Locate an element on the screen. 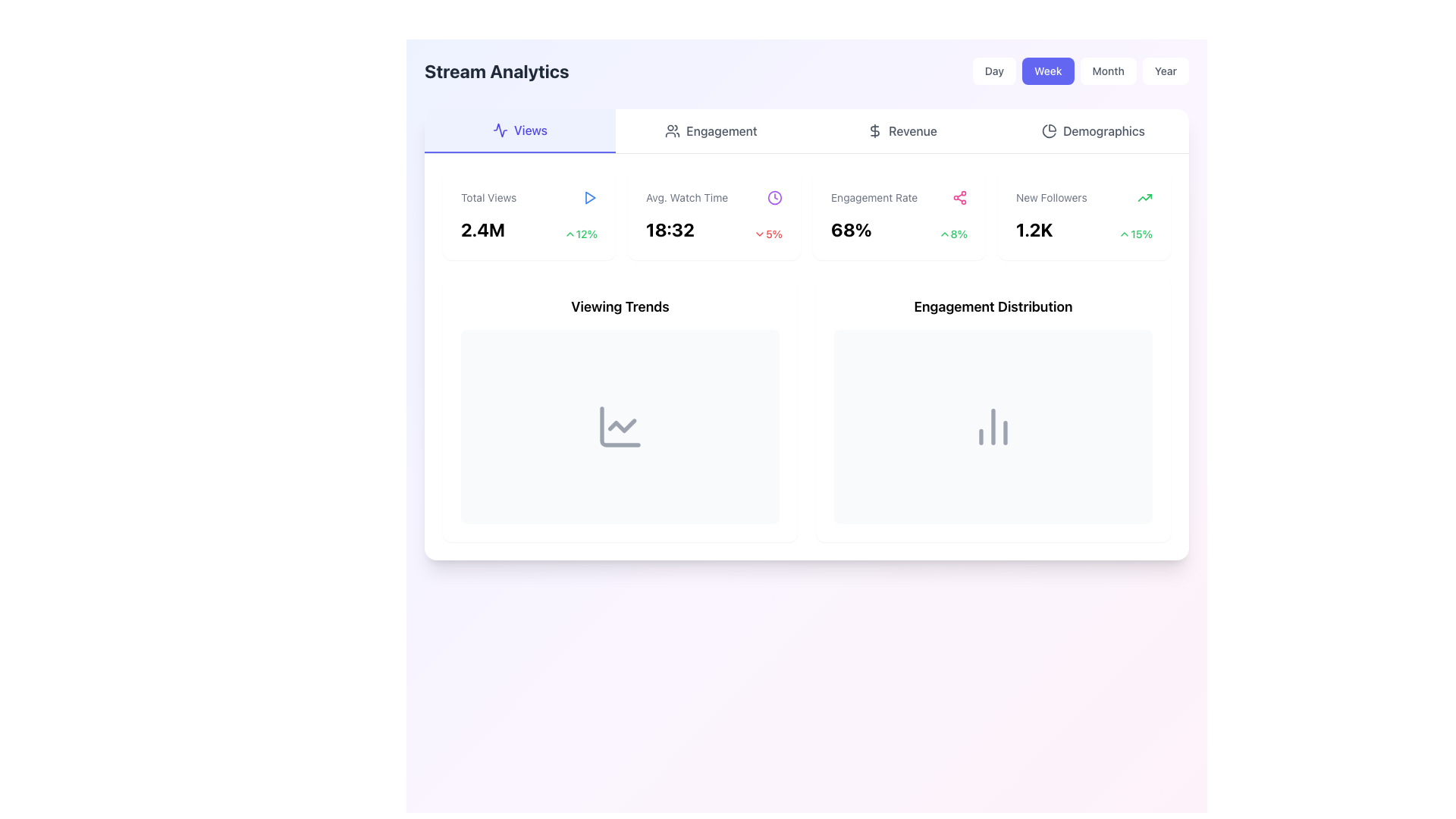  the chevron icon indicating a positive trend next to the '15%' percentage in the bottom-right of the 'New Followers' card is located at coordinates (1125, 234).